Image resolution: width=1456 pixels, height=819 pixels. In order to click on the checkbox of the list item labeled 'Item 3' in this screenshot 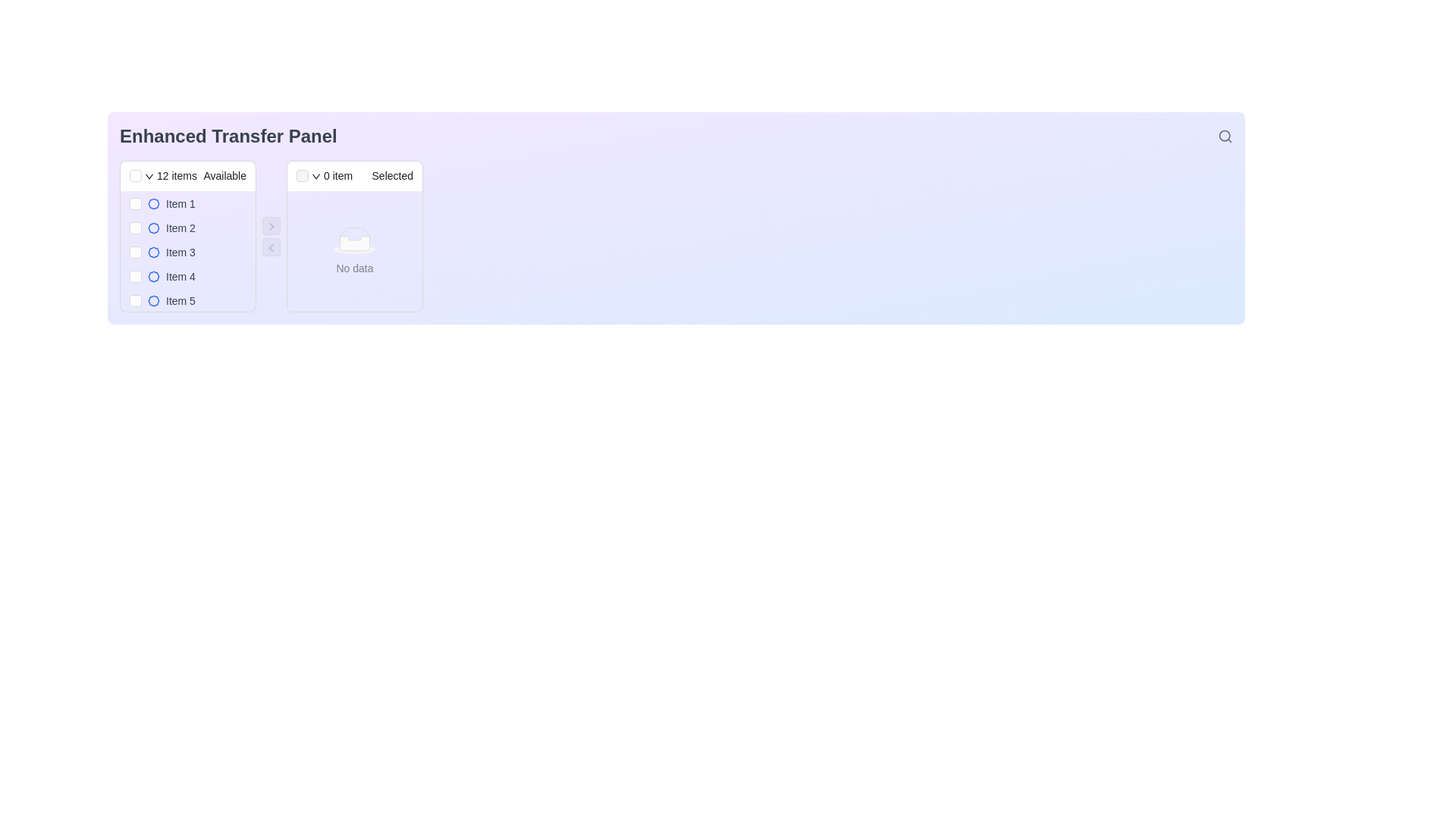, I will do `click(187, 251)`.